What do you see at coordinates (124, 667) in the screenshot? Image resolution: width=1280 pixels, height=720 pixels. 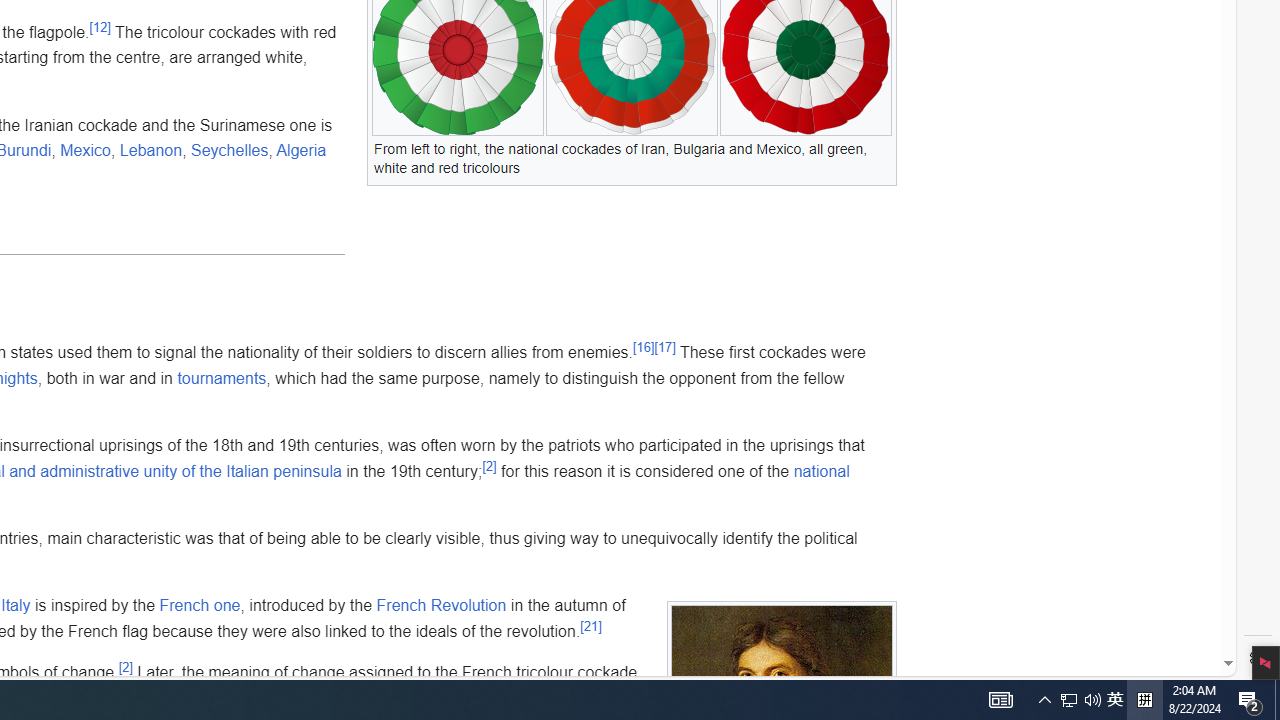 I see `'[2]'` at bounding box center [124, 667].